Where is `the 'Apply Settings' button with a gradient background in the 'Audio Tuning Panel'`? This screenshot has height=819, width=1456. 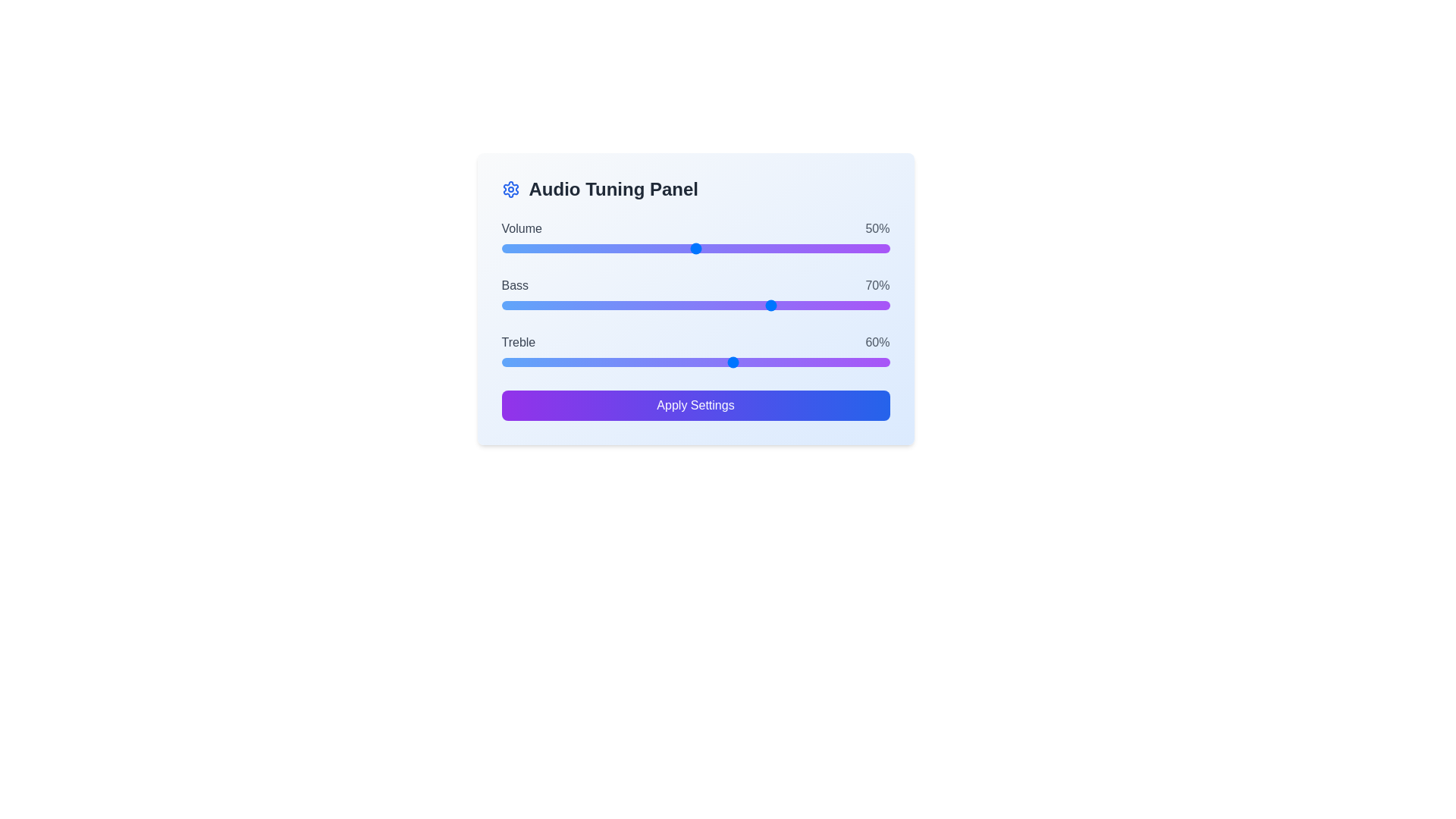 the 'Apply Settings' button with a gradient background in the 'Audio Tuning Panel' is located at coordinates (695, 405).